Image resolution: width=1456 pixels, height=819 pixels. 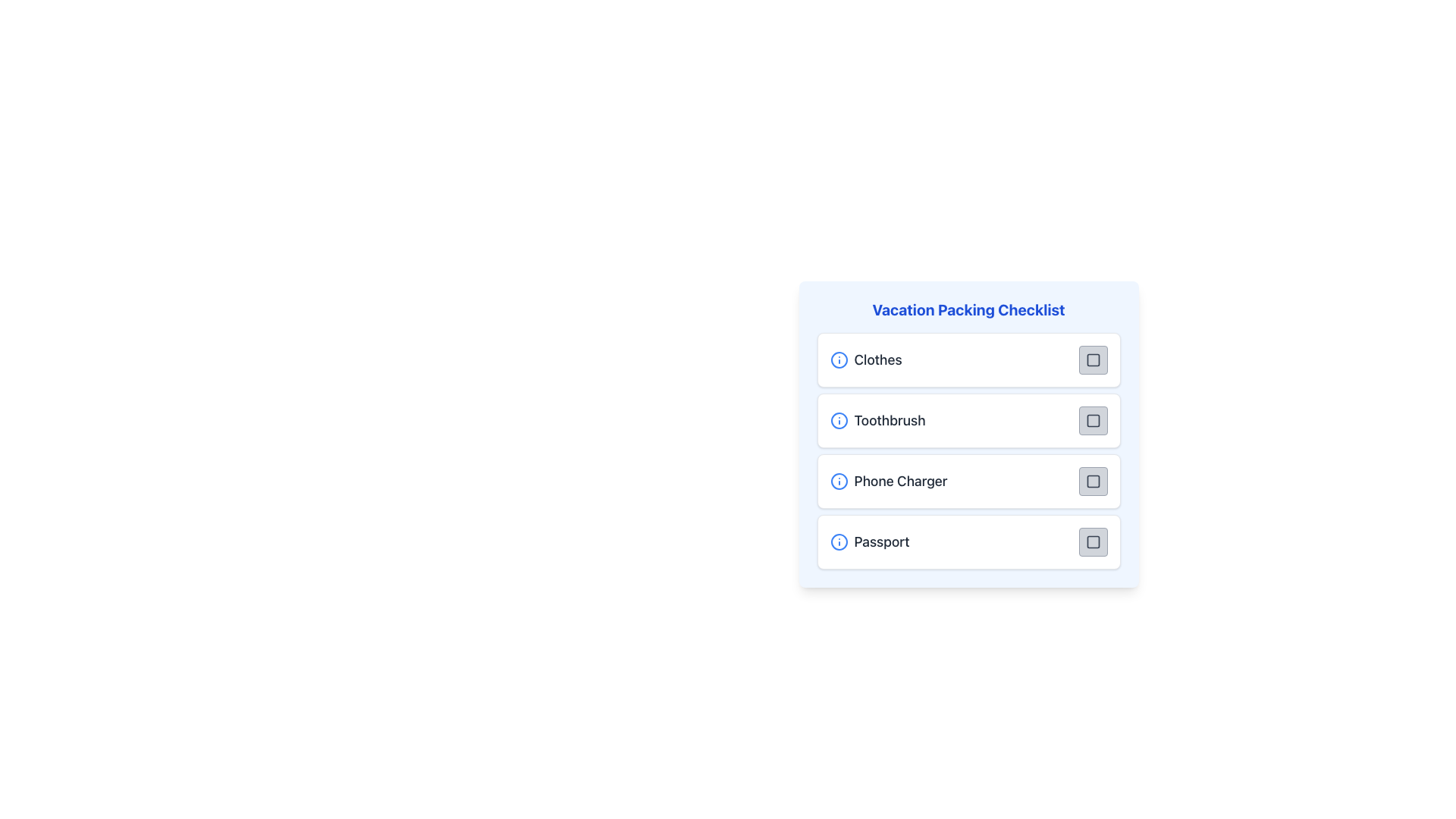 I want to click on label 'Toothbrush' from the second list item in the Vacation Packing Checklist, which features a blue info icon followed by the bold text 'Toothbrush', so click(x=877, y=421).